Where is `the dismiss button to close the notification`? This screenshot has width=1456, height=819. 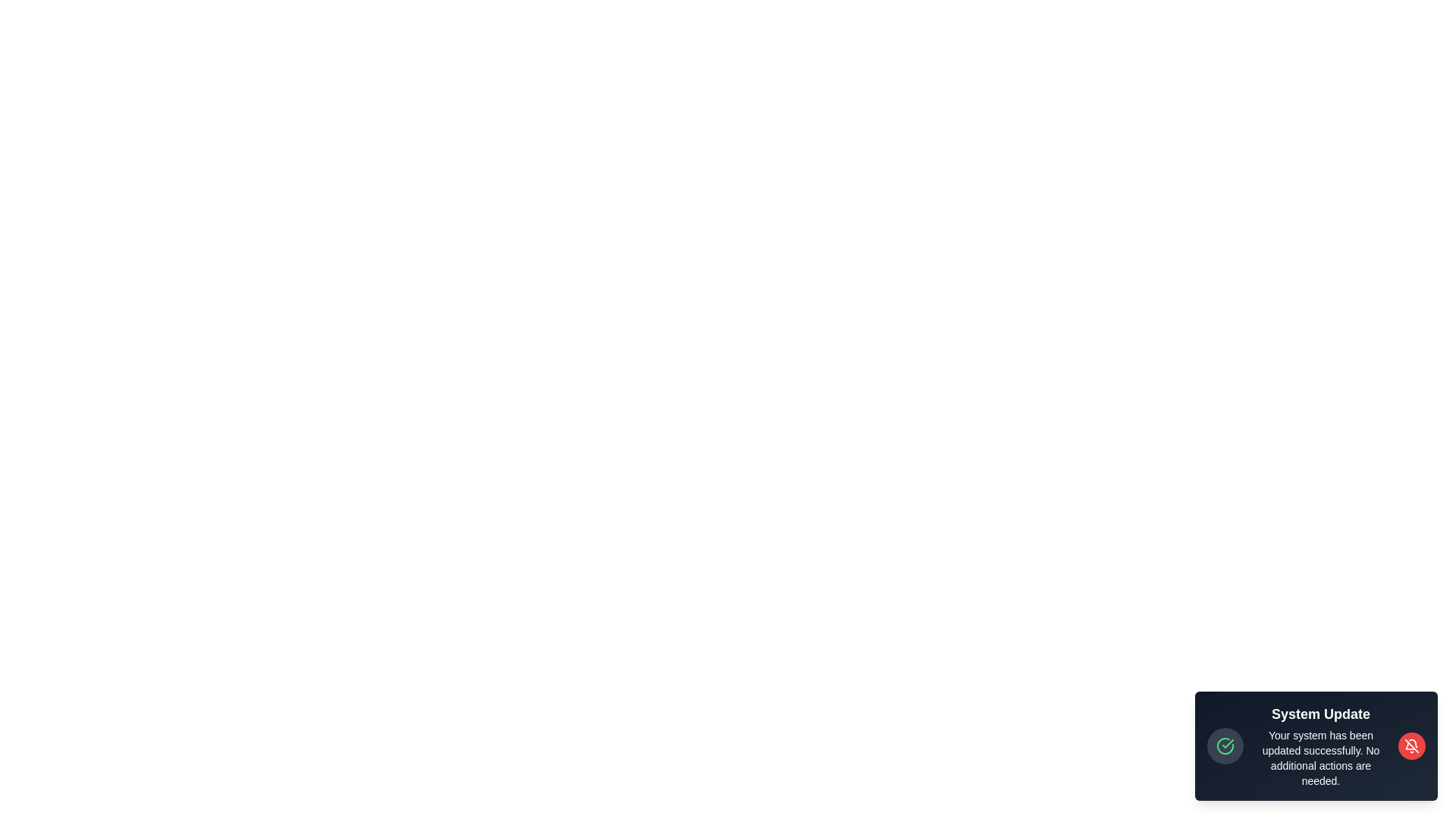
the dismiss button to close the notification is located at coordinates (1411, 745).